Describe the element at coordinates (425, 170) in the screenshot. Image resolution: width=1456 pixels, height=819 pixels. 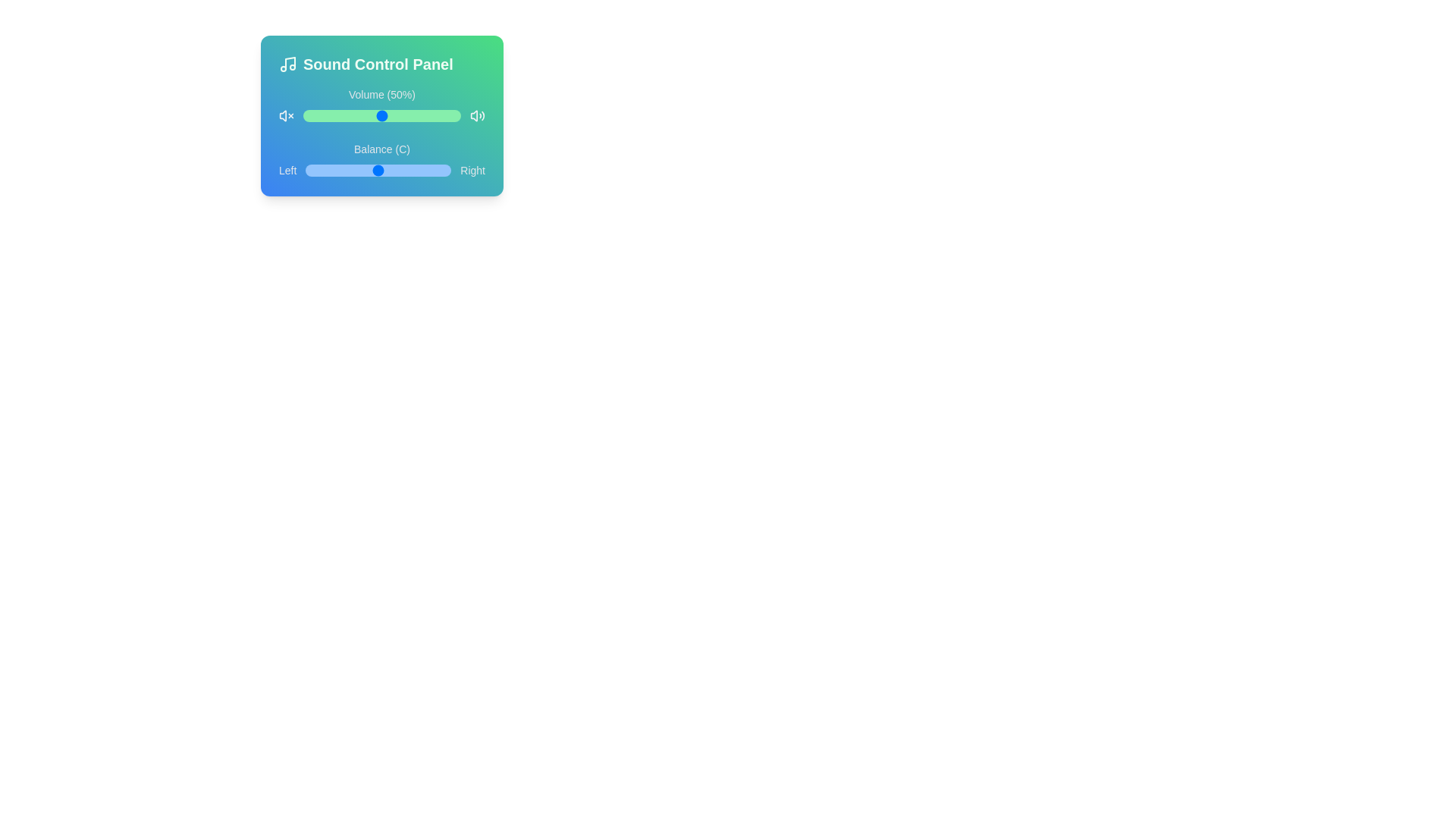
I see `balance` at that location.